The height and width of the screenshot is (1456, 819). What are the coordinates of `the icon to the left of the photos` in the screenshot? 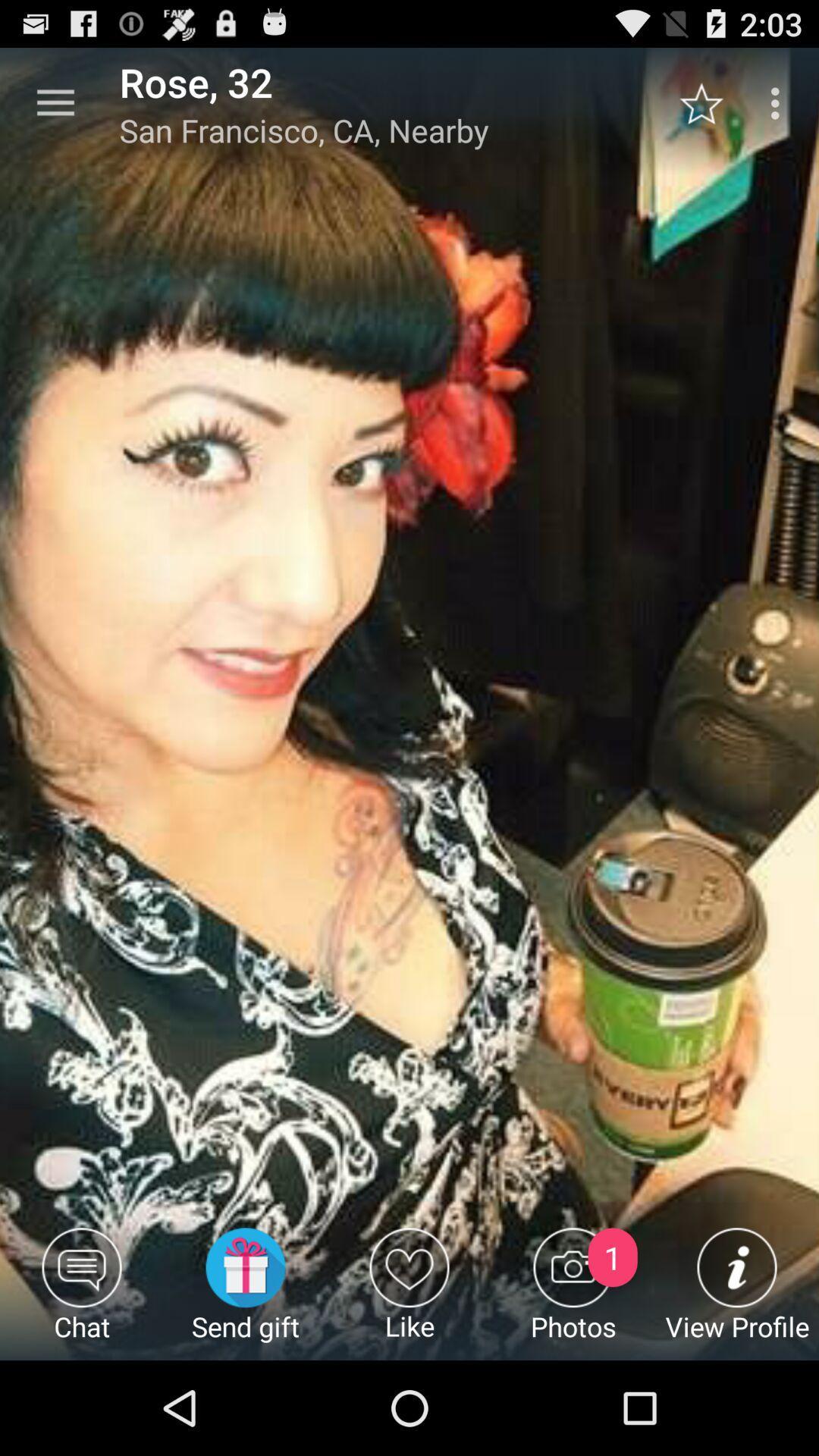 It's located at (409, 1293).